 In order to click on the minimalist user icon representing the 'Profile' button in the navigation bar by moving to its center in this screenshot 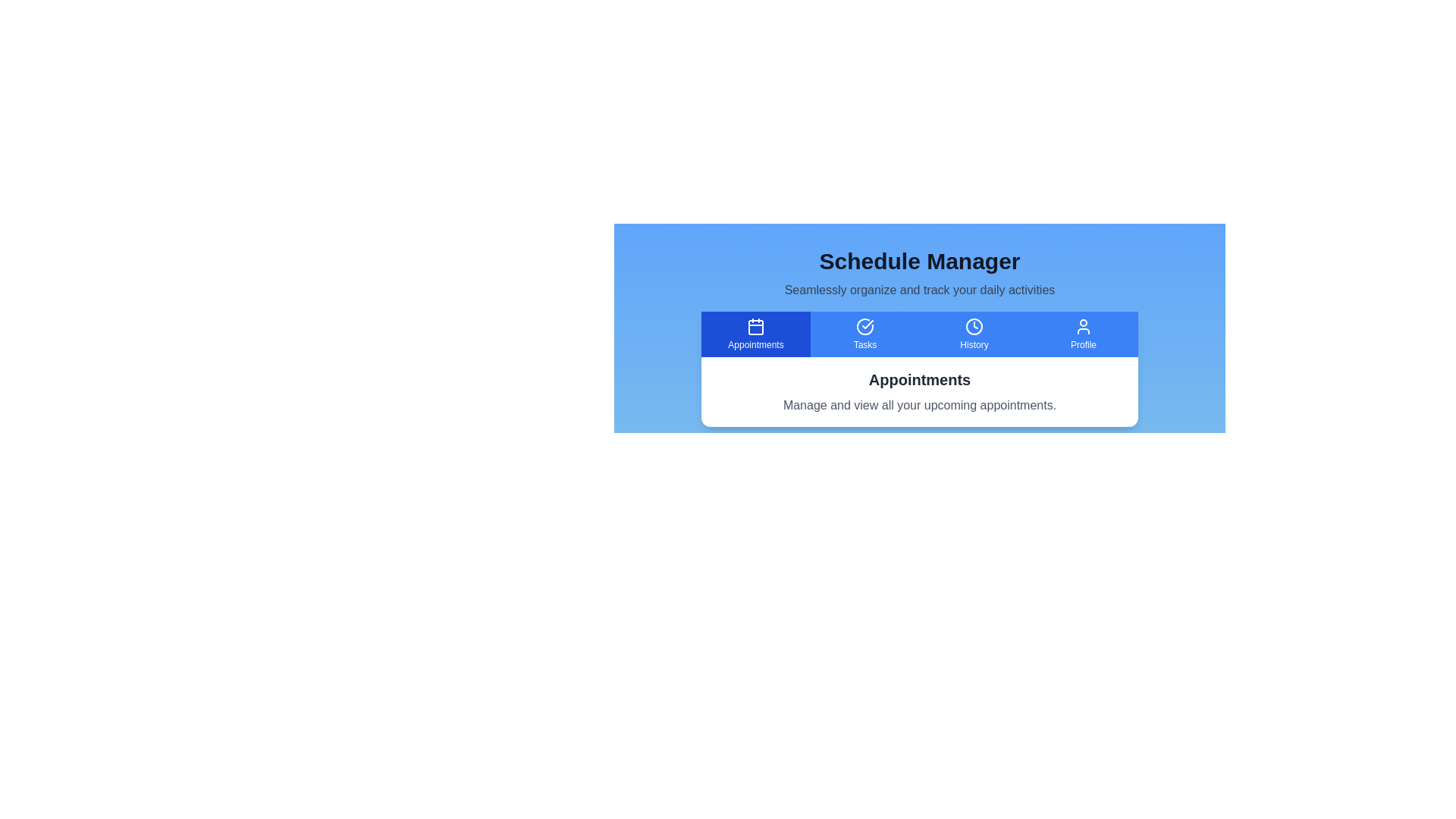, I will do `click(1083, 326)`.